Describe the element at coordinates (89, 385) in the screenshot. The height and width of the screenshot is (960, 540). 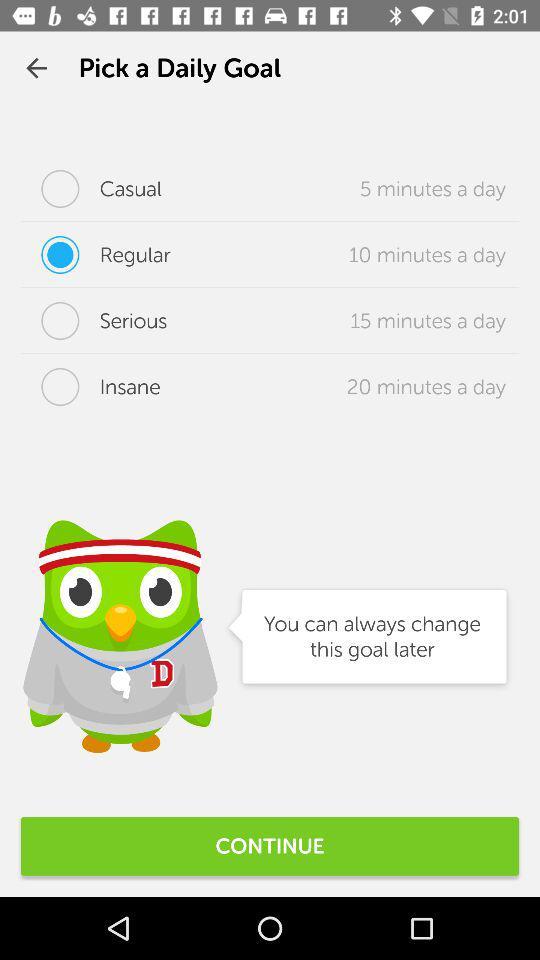
I see `insane icon` at that location.